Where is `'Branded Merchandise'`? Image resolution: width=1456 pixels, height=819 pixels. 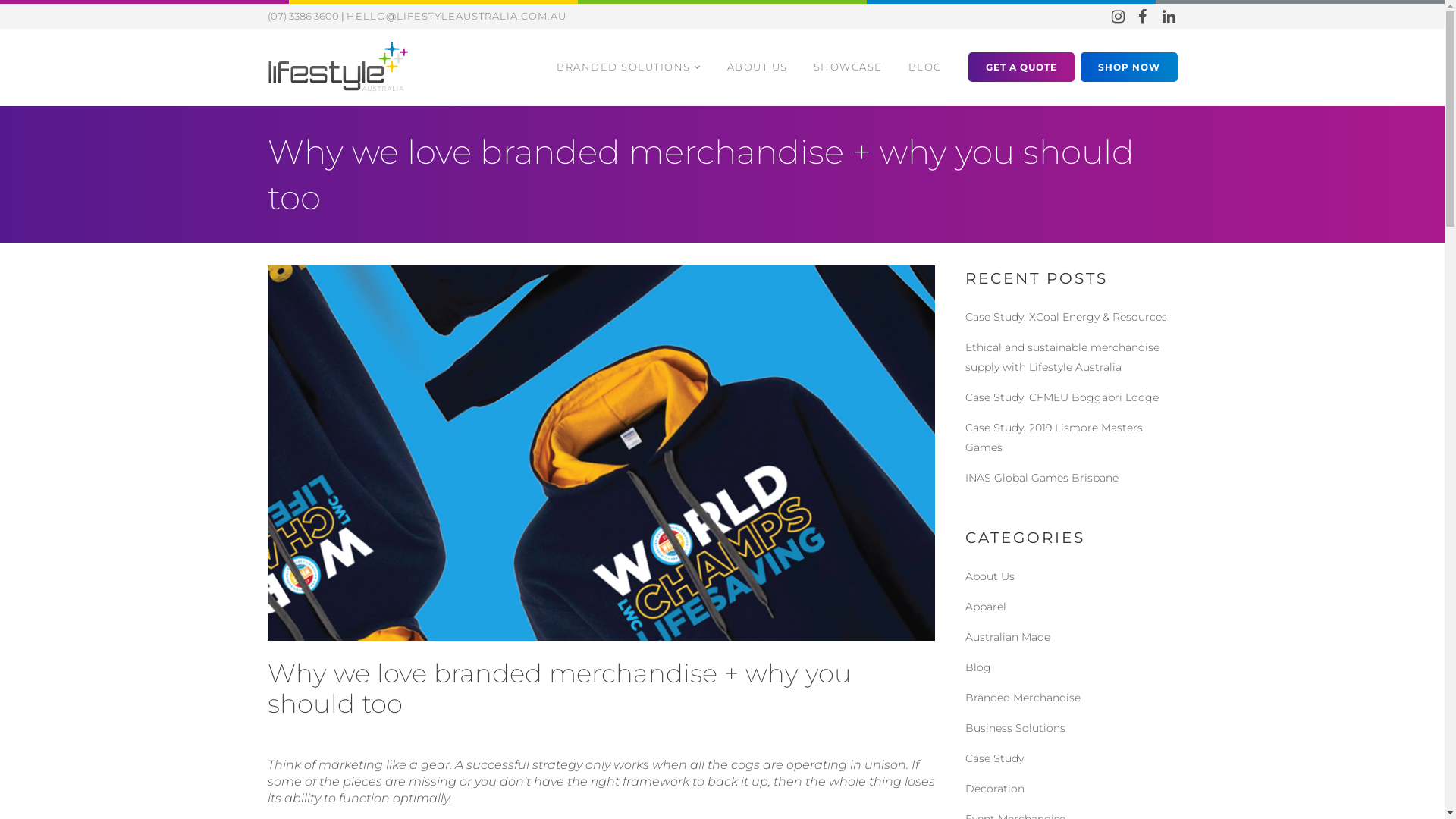
'Branded Merchandise' is located at coordinates (1022, 698).